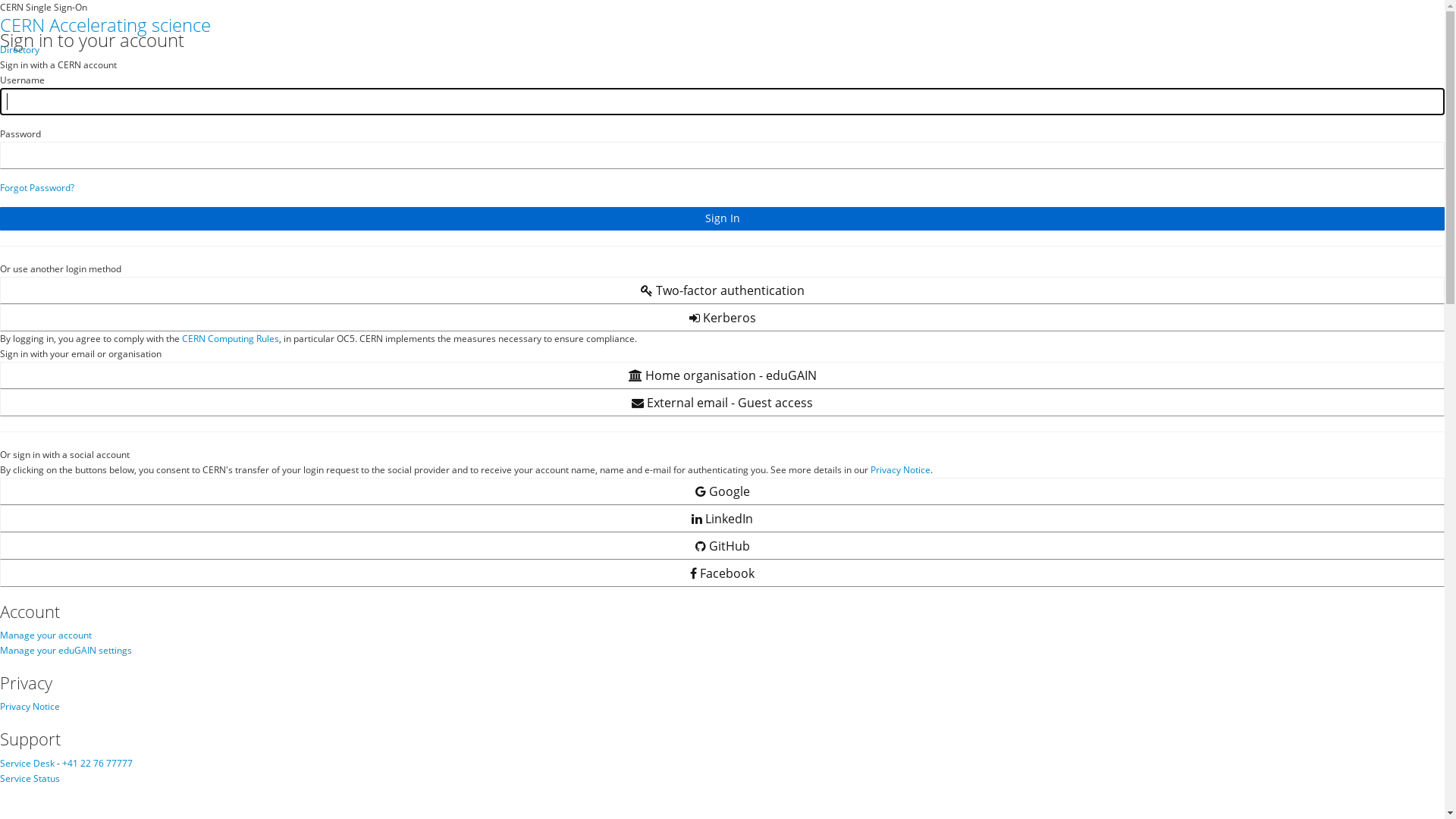  I want to click on 'Forgot Password?', so click(36, 187).